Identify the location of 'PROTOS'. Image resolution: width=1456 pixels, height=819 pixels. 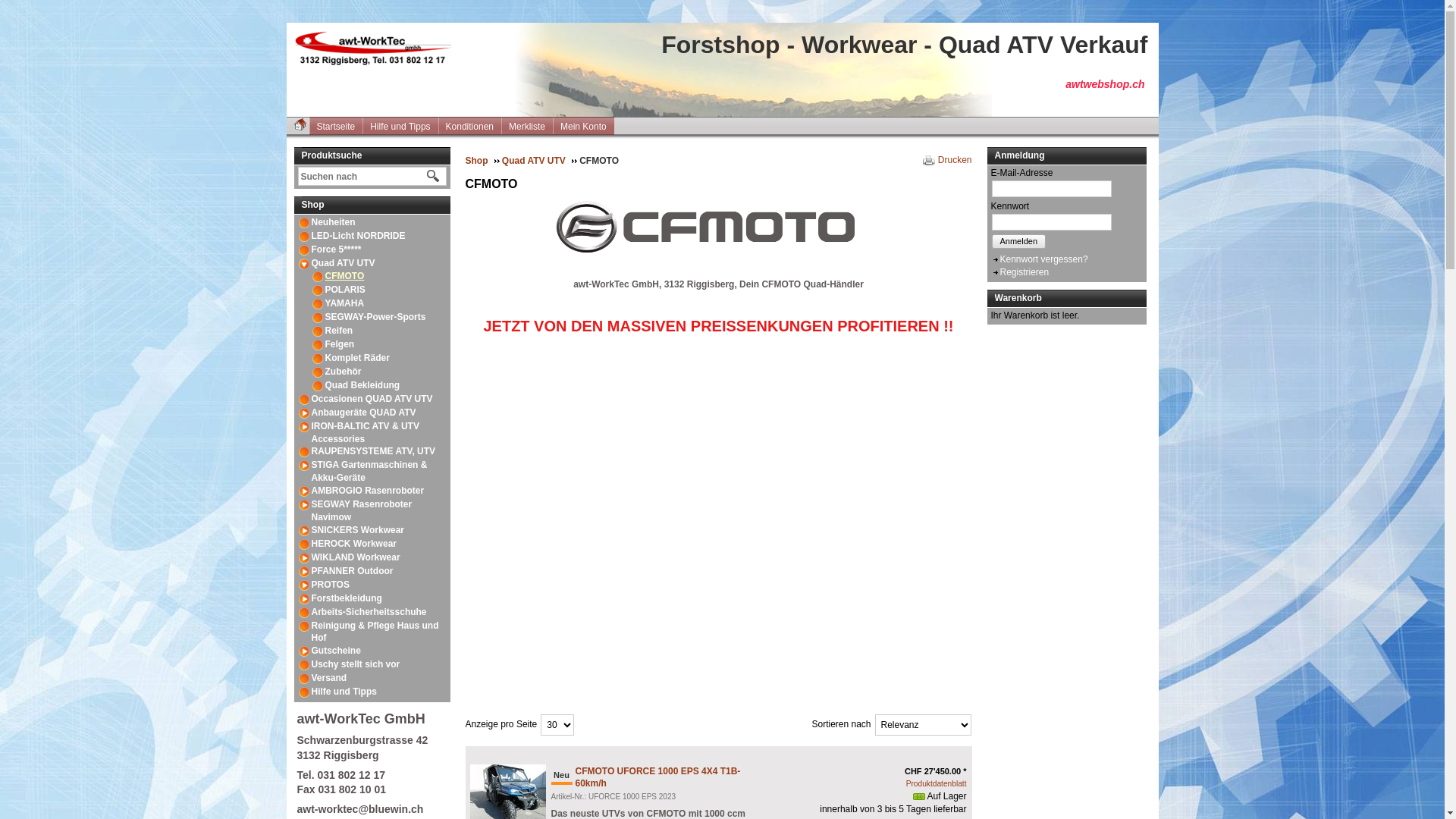
(330, 584).